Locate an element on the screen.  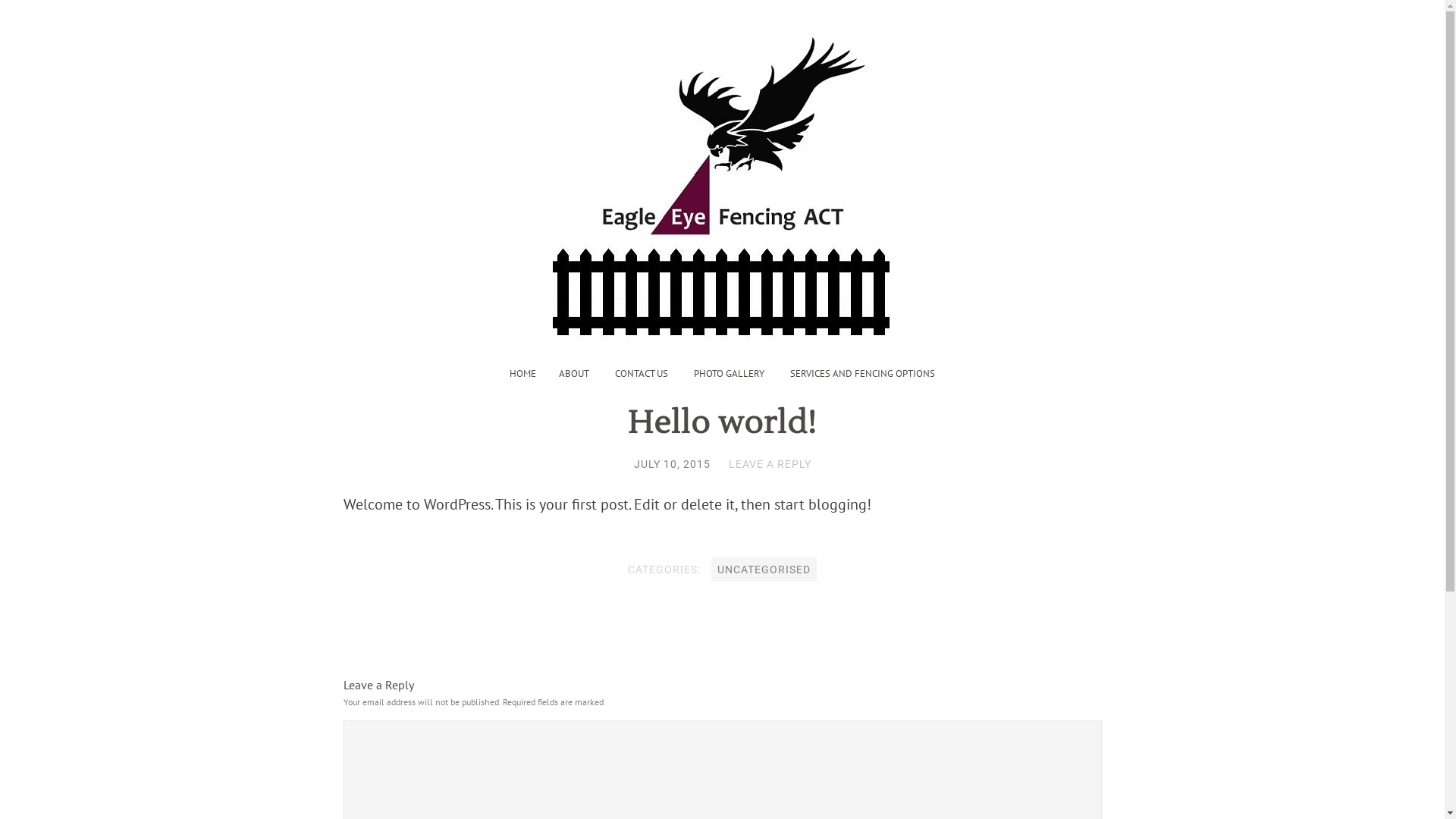
'ABOUT' is located at coordinates (573, 372).